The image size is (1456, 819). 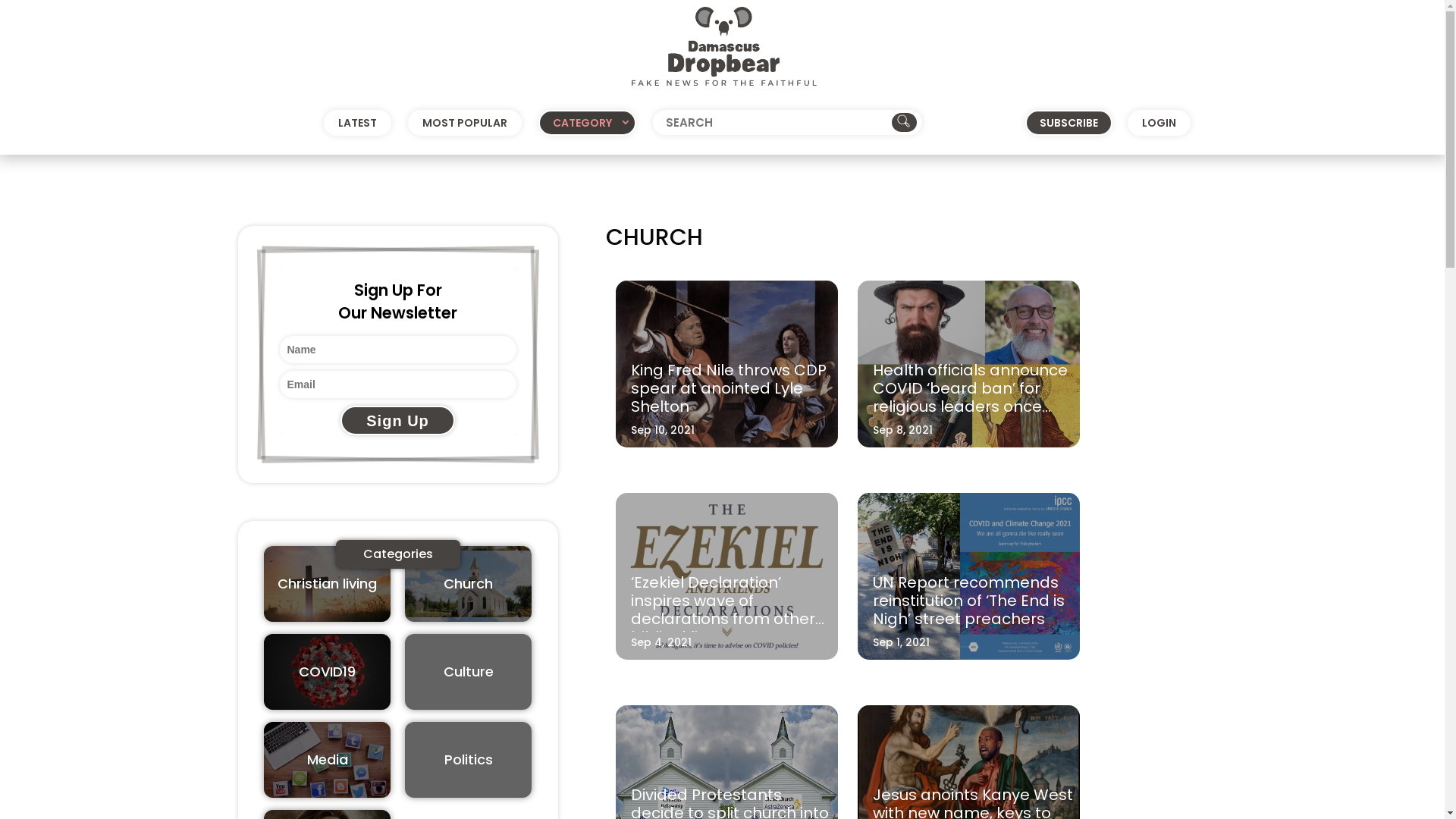 What do you see at coordinates (464, 122) in the screenshot?
I see `'MOST POPULAR'` at bounding box center [464, 122].